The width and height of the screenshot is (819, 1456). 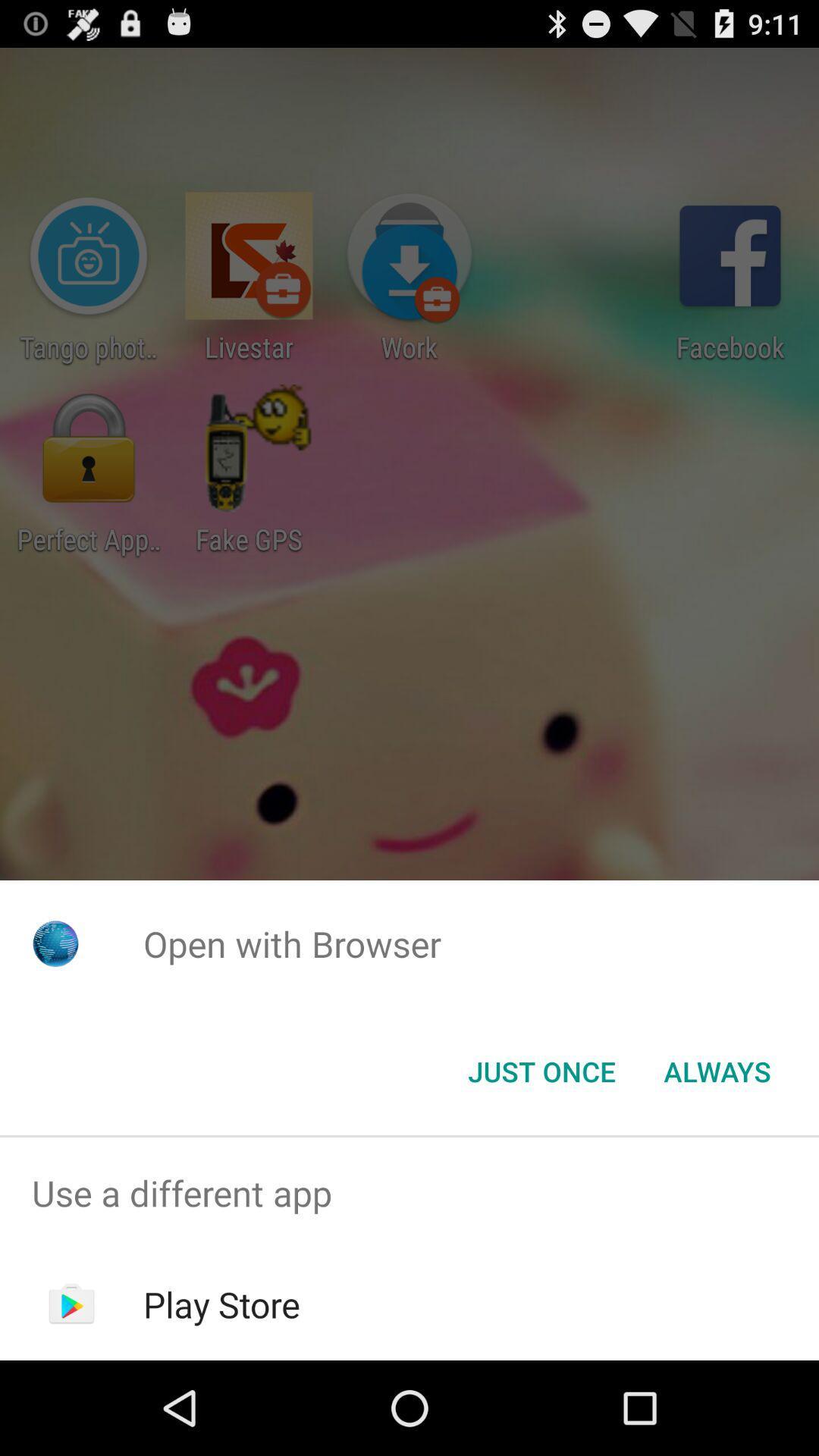 What do you see at coordinates (717, 1070) in the screenshot?
I see `always item` at bounding box center [717, 1070].